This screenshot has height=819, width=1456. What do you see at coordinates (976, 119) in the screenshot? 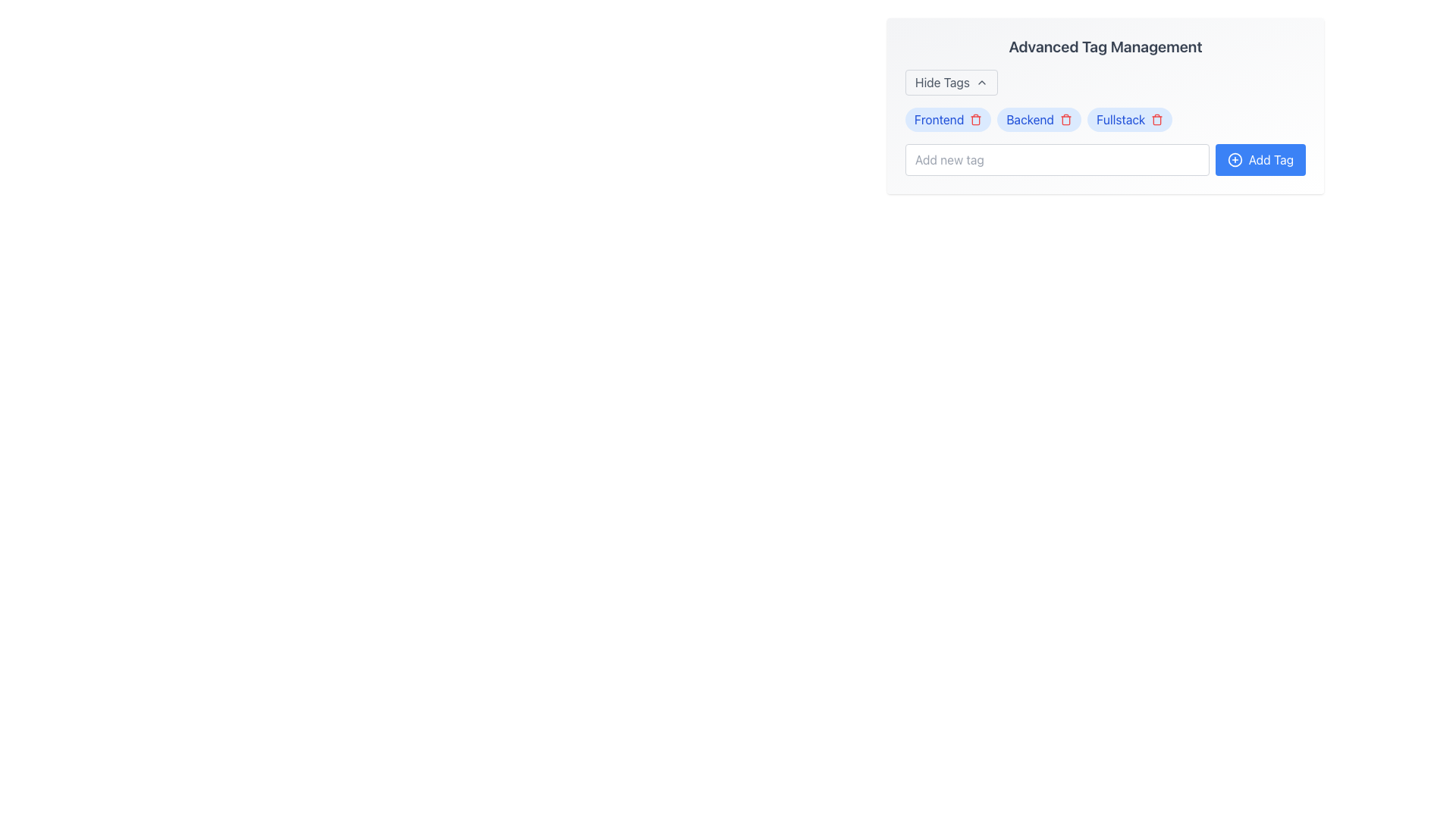
I see `the small red trash-bin icon` at bounding box center [976, 119].